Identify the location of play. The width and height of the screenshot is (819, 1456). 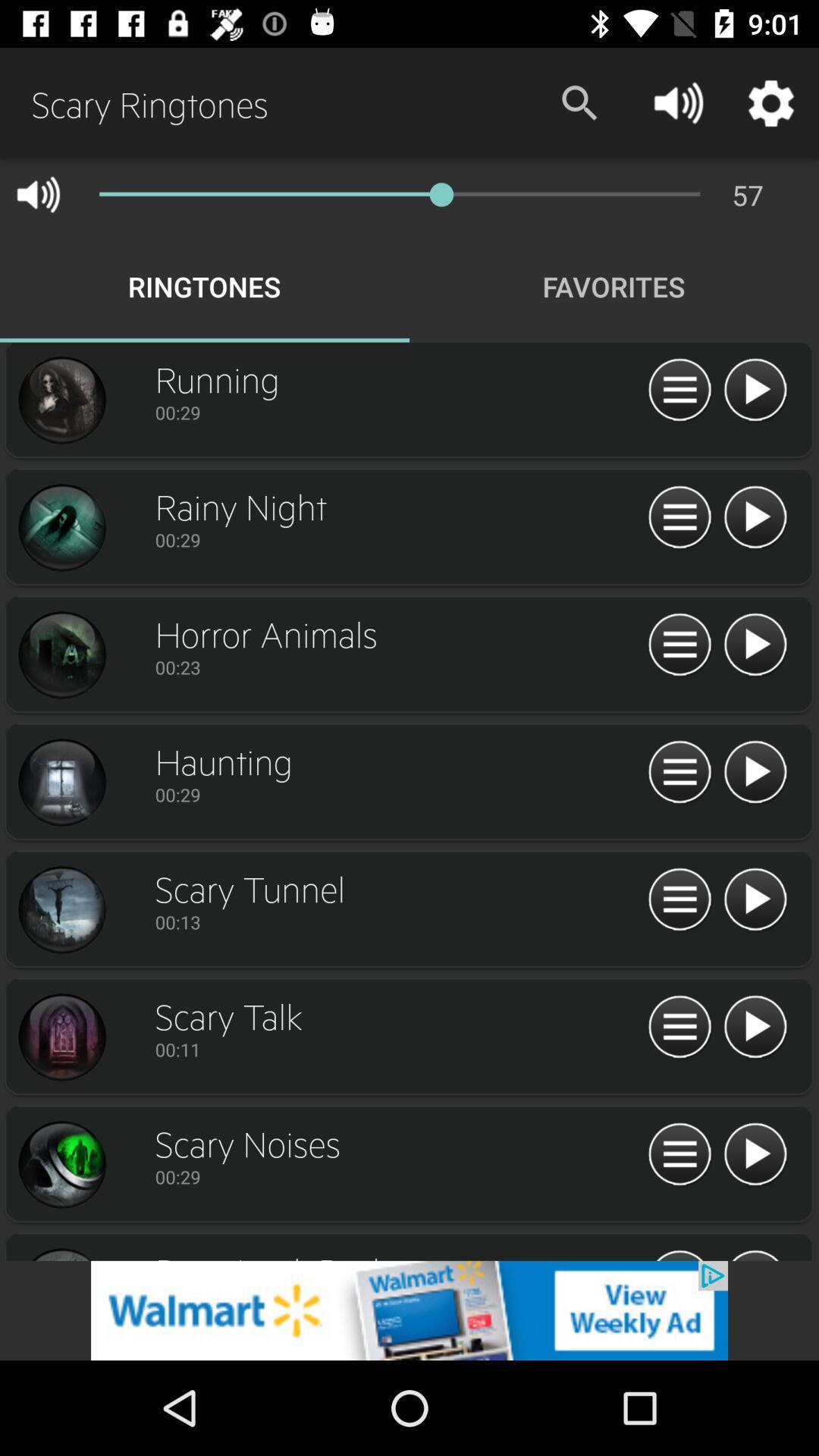
(755, 391).